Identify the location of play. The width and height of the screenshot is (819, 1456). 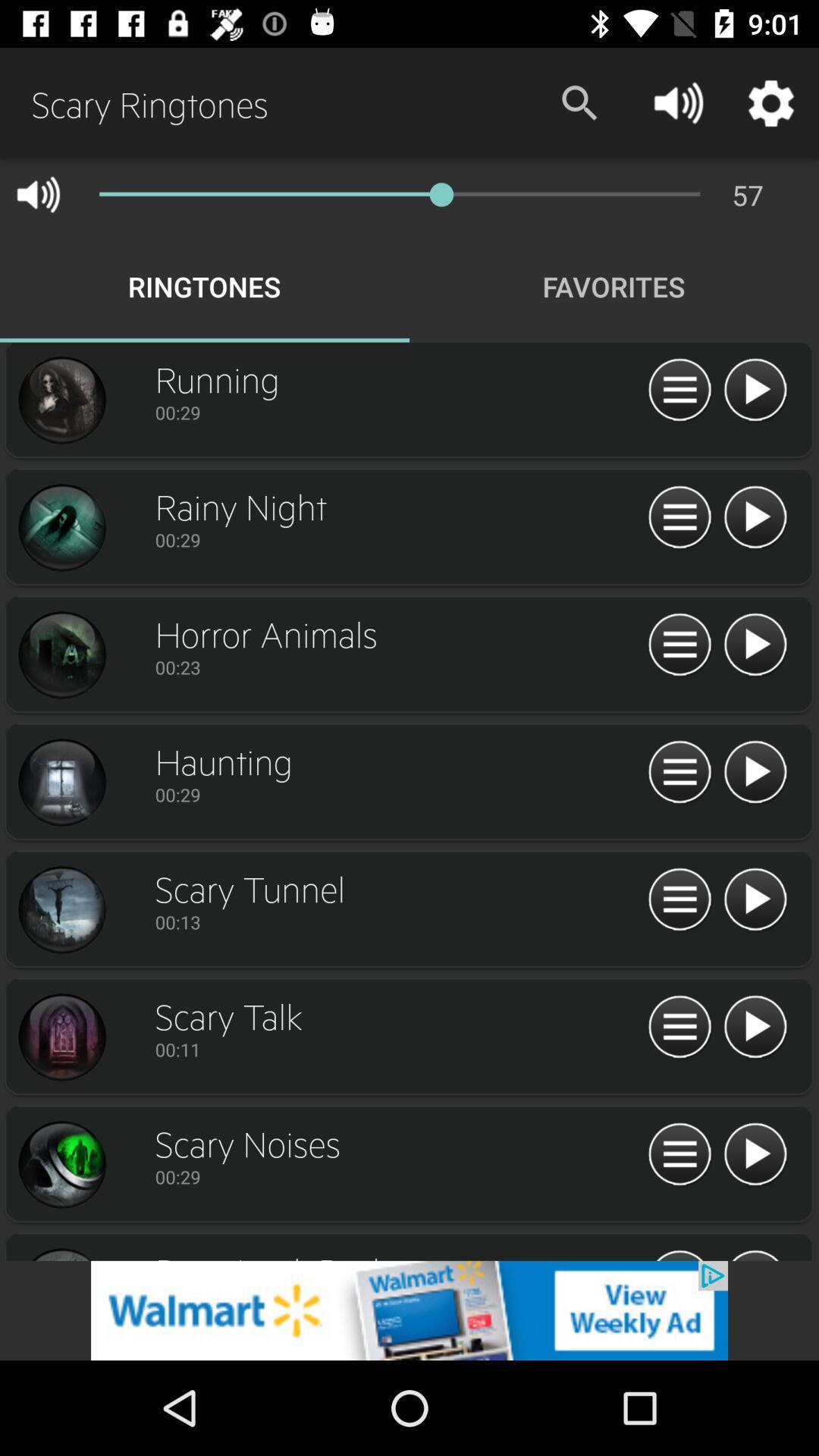
(755, 391).